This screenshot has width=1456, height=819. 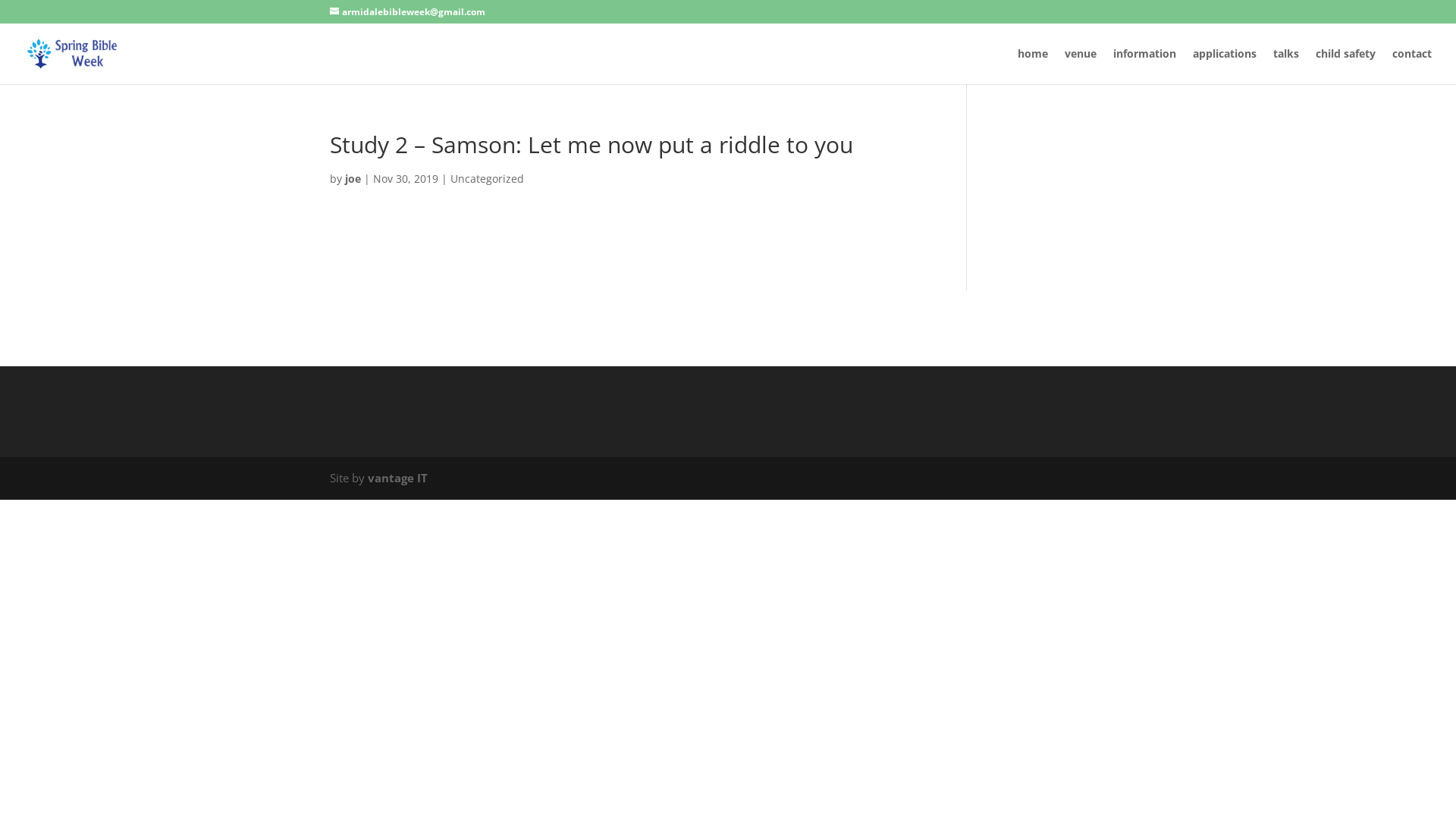 What do you see at coordinates (1285, 65) in the screenshot?
I see `'talks'` at bounding box center [1285, 65].